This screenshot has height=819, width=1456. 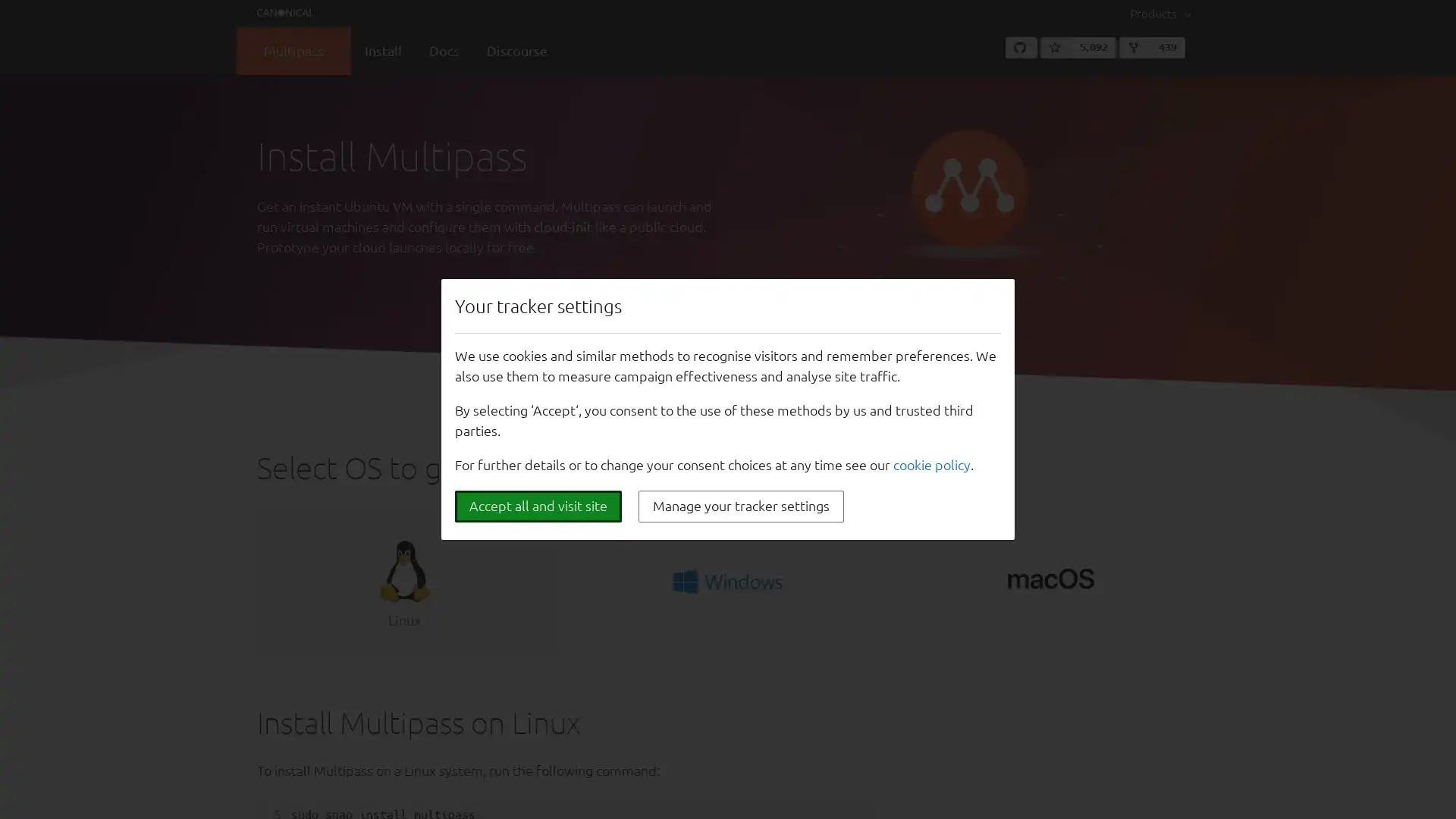 What do you see at coordinates (741, 506) in the screenshot?
I see `Manage your tracker settings` at bounding box center [741, 506].